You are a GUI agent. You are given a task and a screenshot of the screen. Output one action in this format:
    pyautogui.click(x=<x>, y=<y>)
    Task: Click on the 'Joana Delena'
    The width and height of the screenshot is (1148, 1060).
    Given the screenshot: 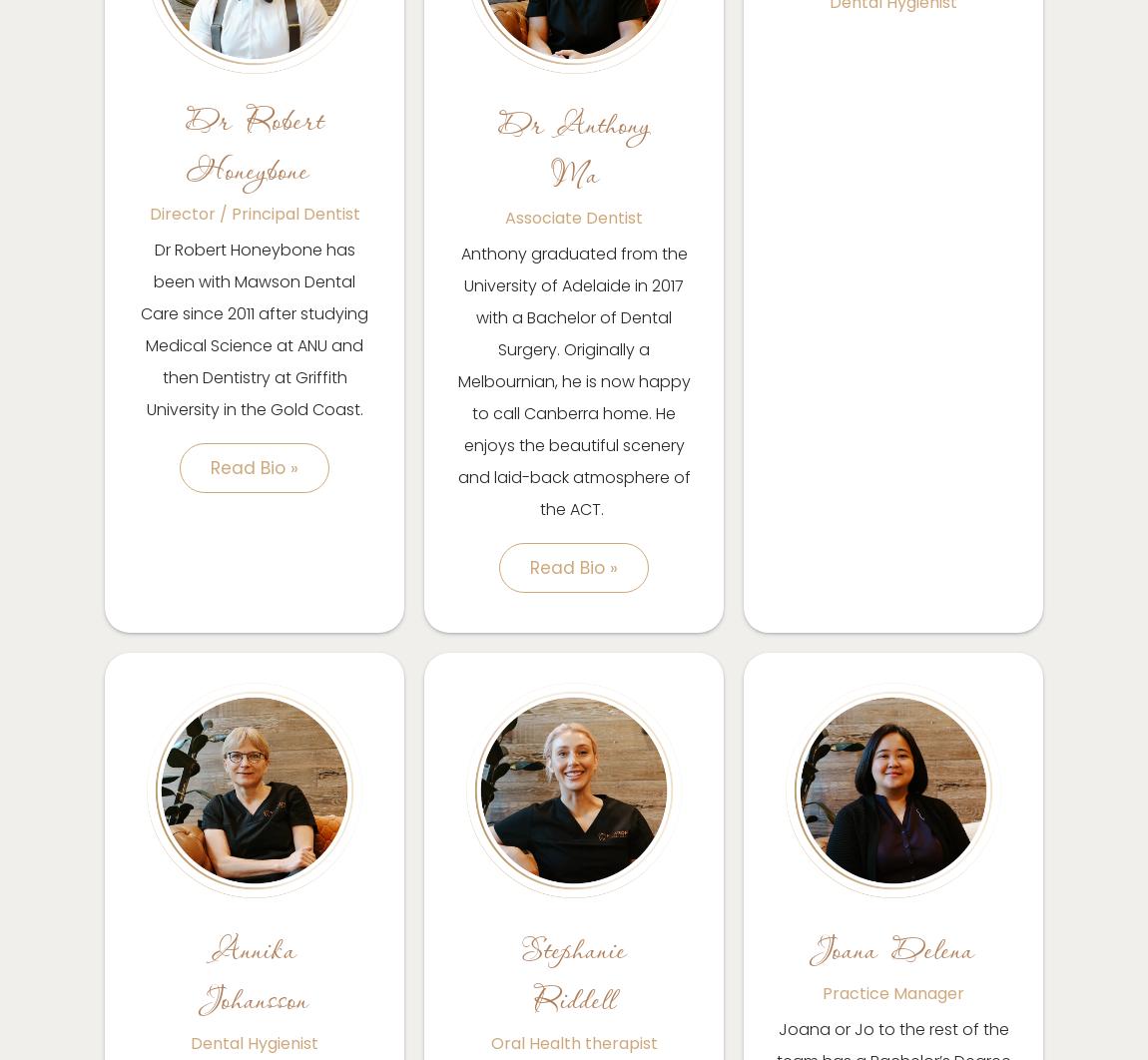 What is the action you would take?
    pyautogui.click(x=893, y=948)
    